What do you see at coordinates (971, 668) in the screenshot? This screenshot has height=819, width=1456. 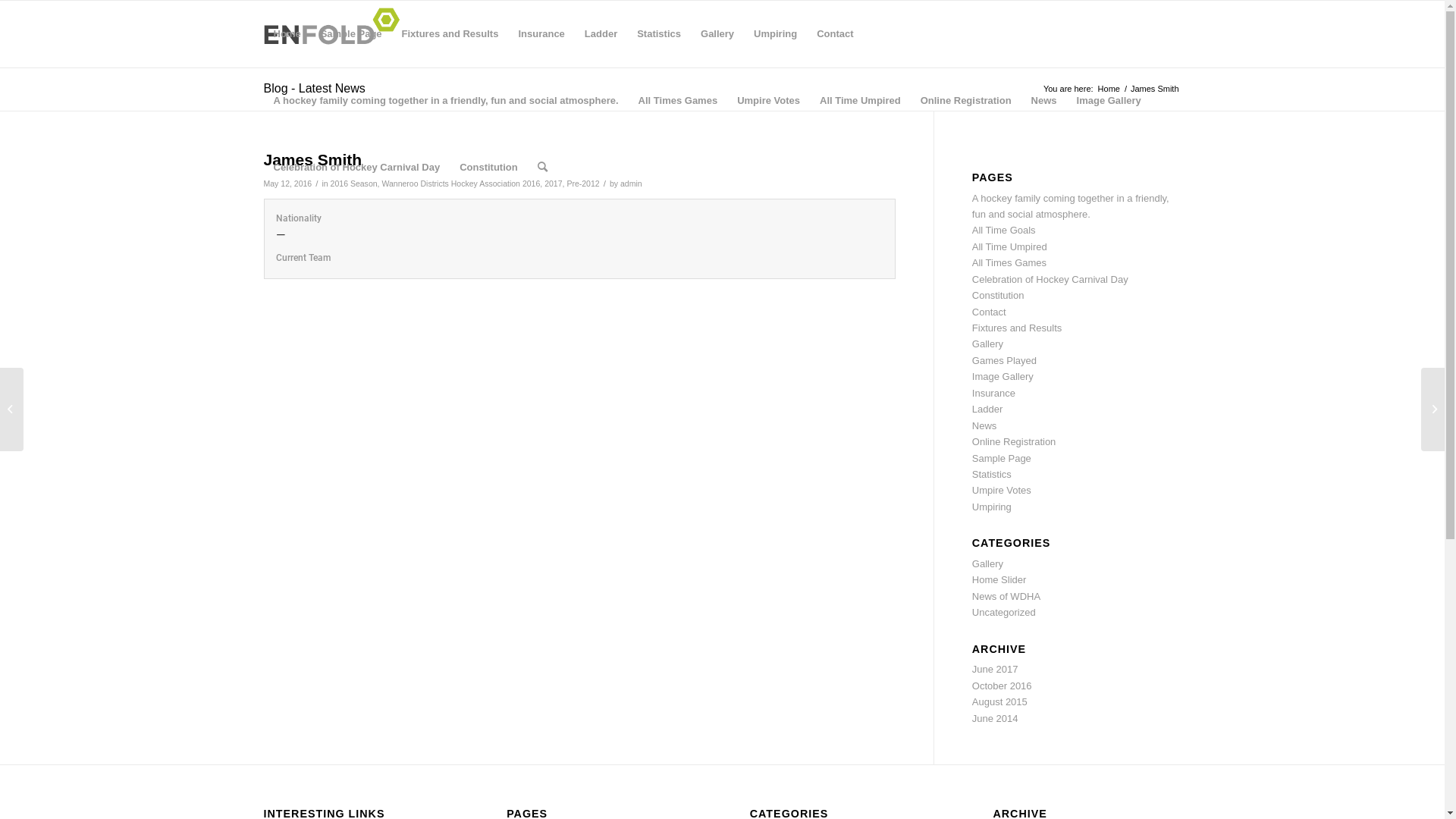 I see `'June 2017'` at bounding box center [971, 668].